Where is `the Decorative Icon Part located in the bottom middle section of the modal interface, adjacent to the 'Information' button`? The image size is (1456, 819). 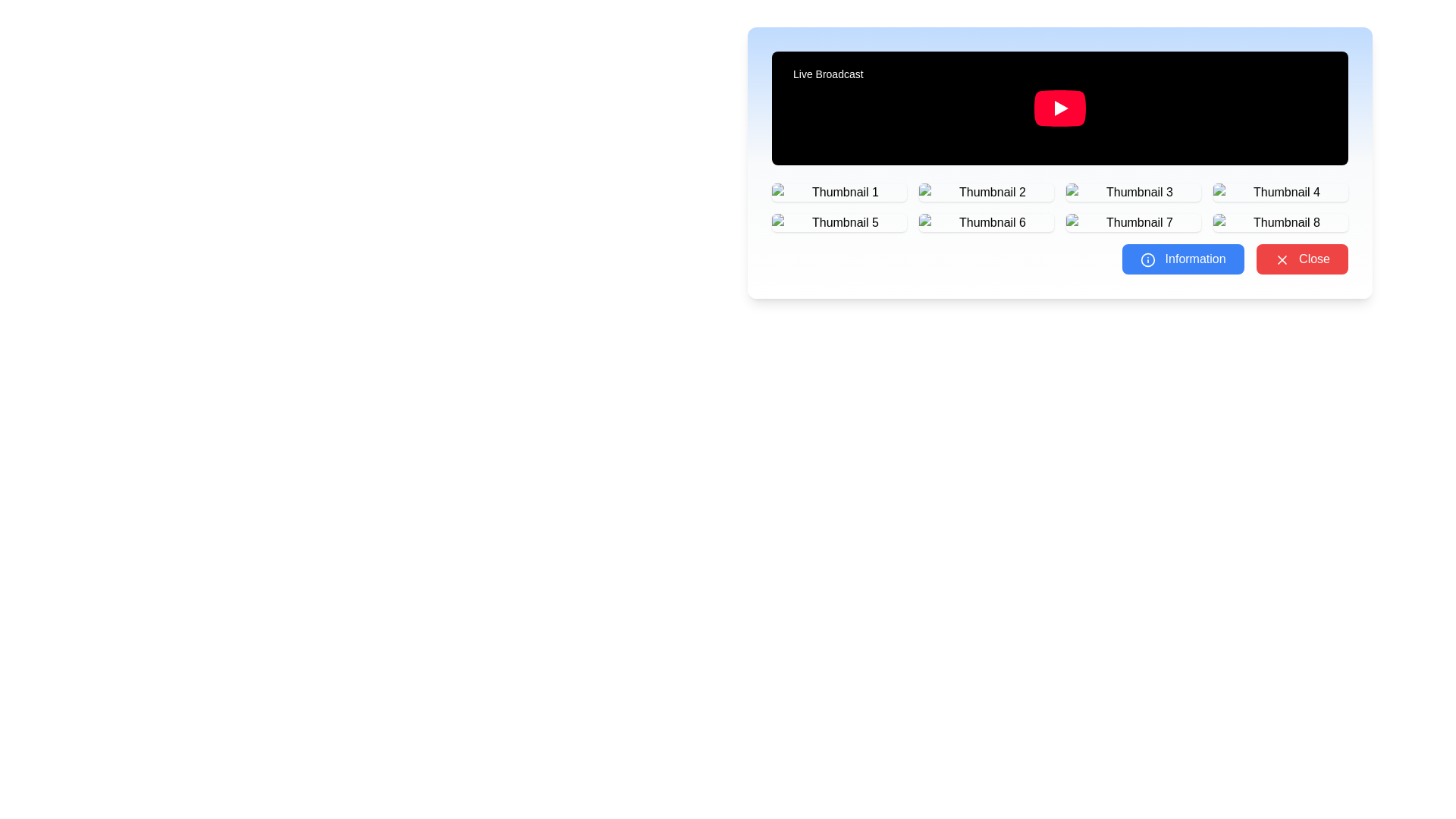
the Decorative Icon Part located in the bottom middle section of the modal interface, adjacent to the 'Information' button is located at coordinates (1148, 259).